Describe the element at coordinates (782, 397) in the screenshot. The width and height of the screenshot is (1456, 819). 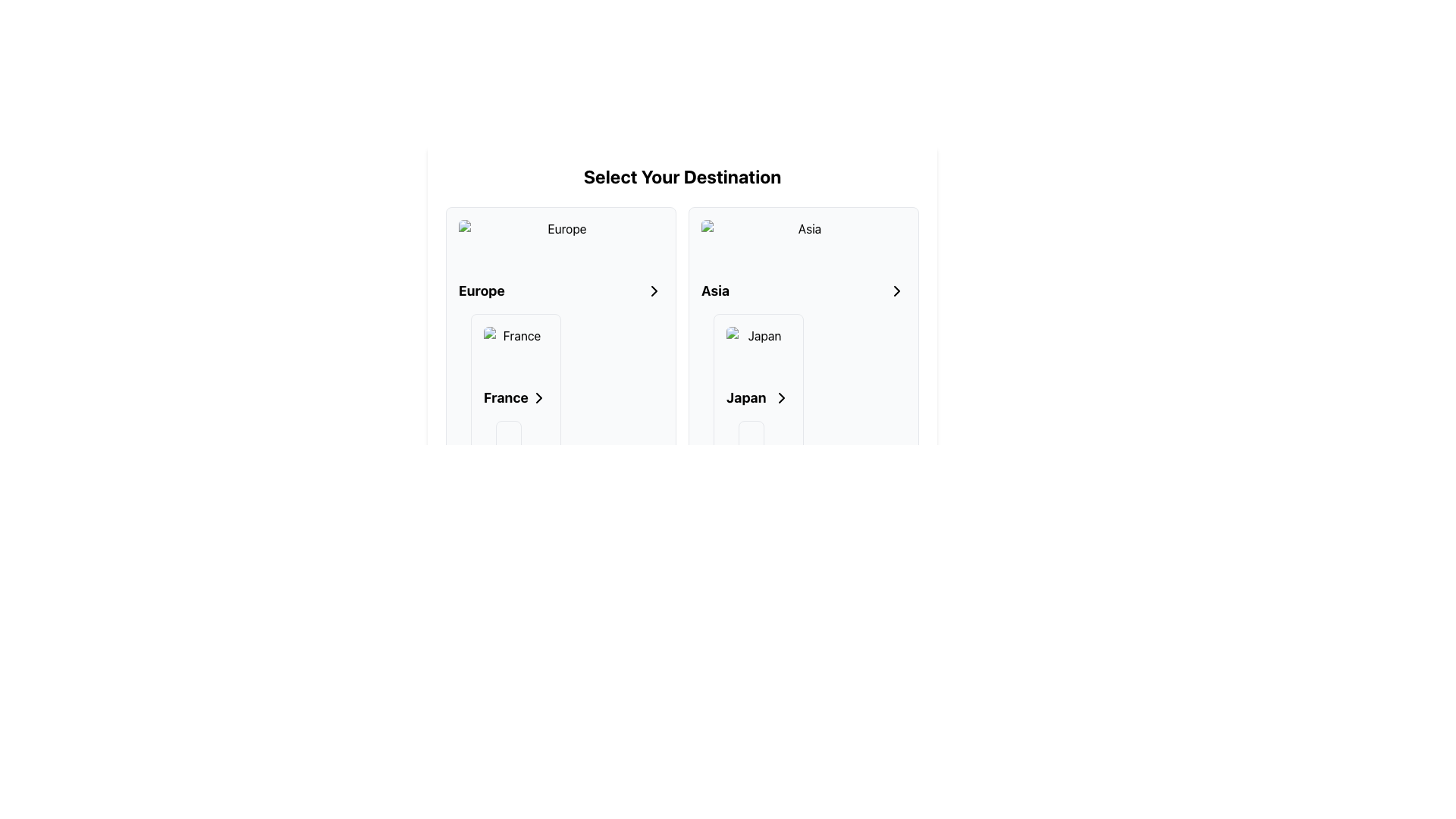
I see `the right-pointing chevron icon located to the immediate right of the text label 'Japan' in the selectable item layout` at that location.